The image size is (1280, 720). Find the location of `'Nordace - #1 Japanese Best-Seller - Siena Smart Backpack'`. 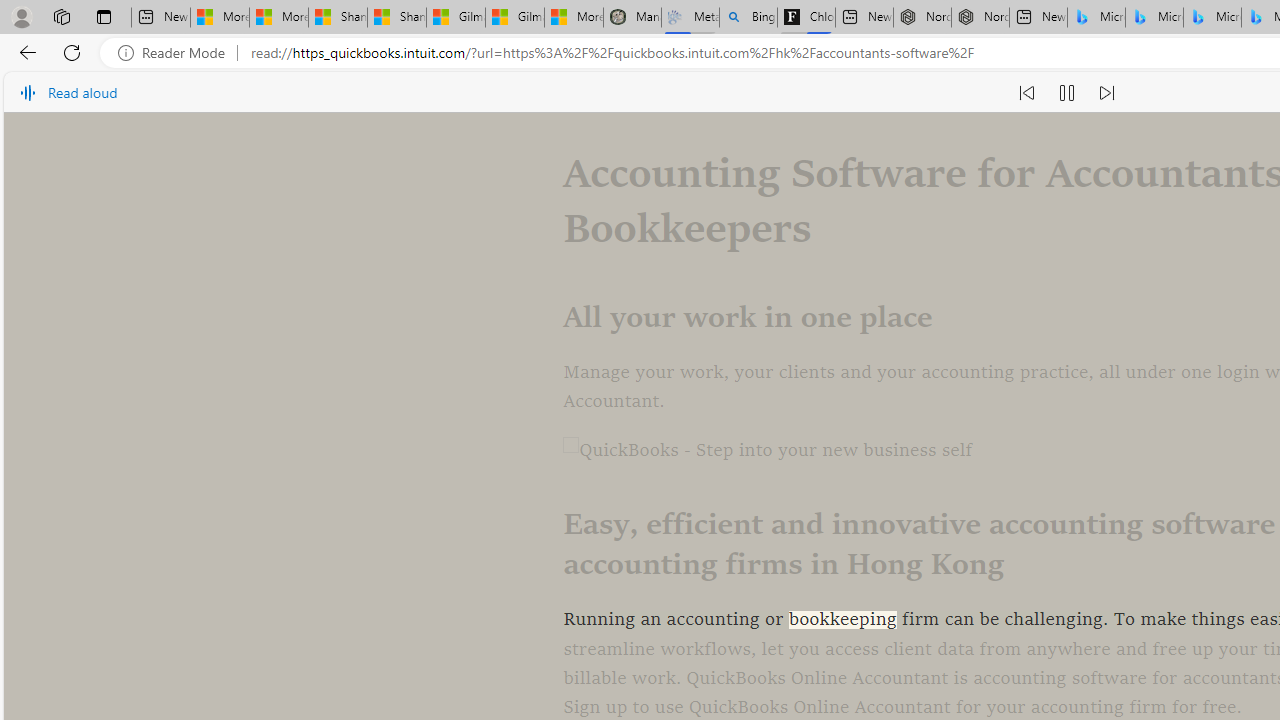

'Nordace - #1 Japanese Best-Seller - Siena Smart Backpack' is located at coordinates (980, 17).